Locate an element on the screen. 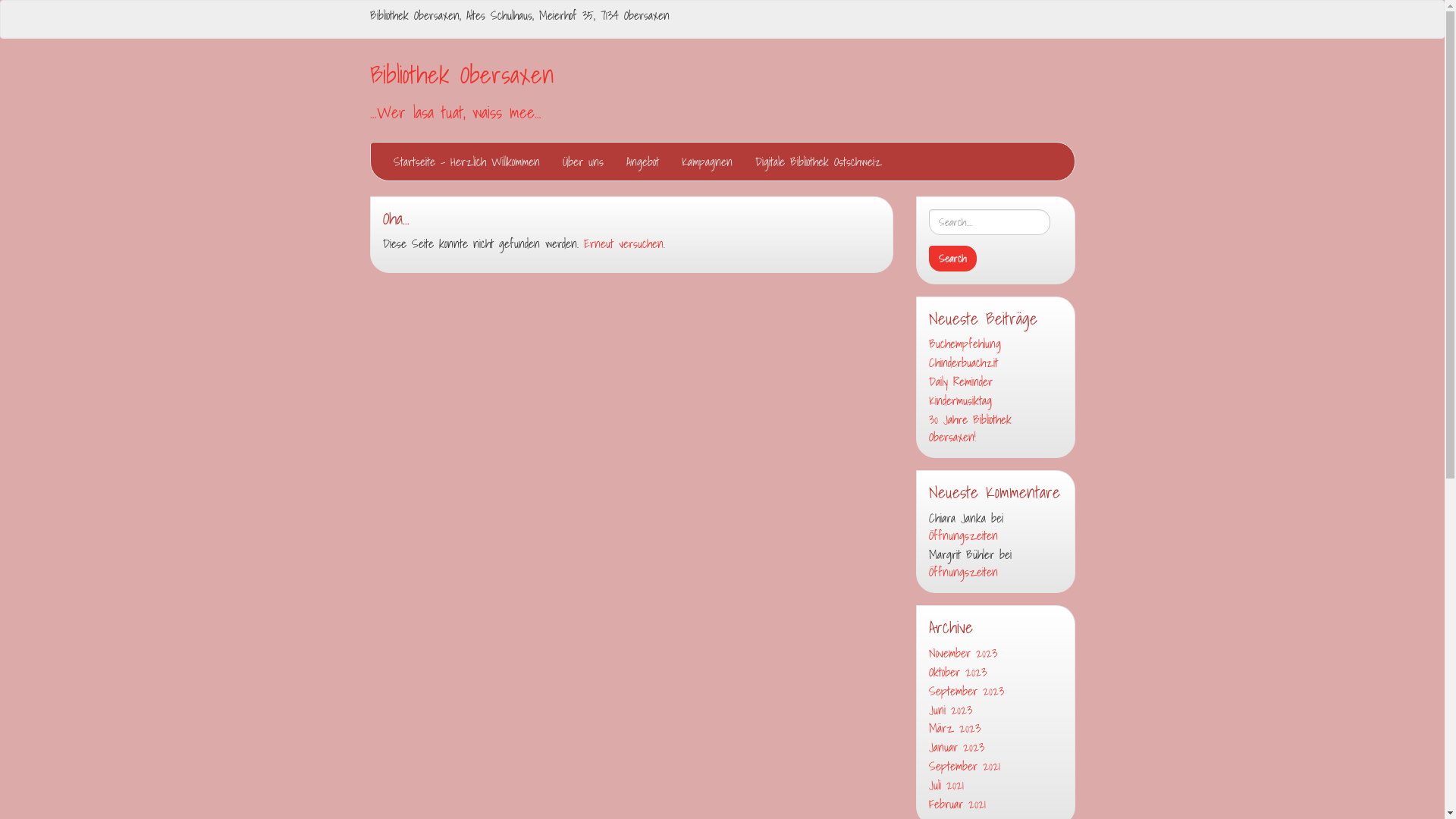  '30 Jahre Bibliothek Obersaxen!' is located at coordinates (994, 428).